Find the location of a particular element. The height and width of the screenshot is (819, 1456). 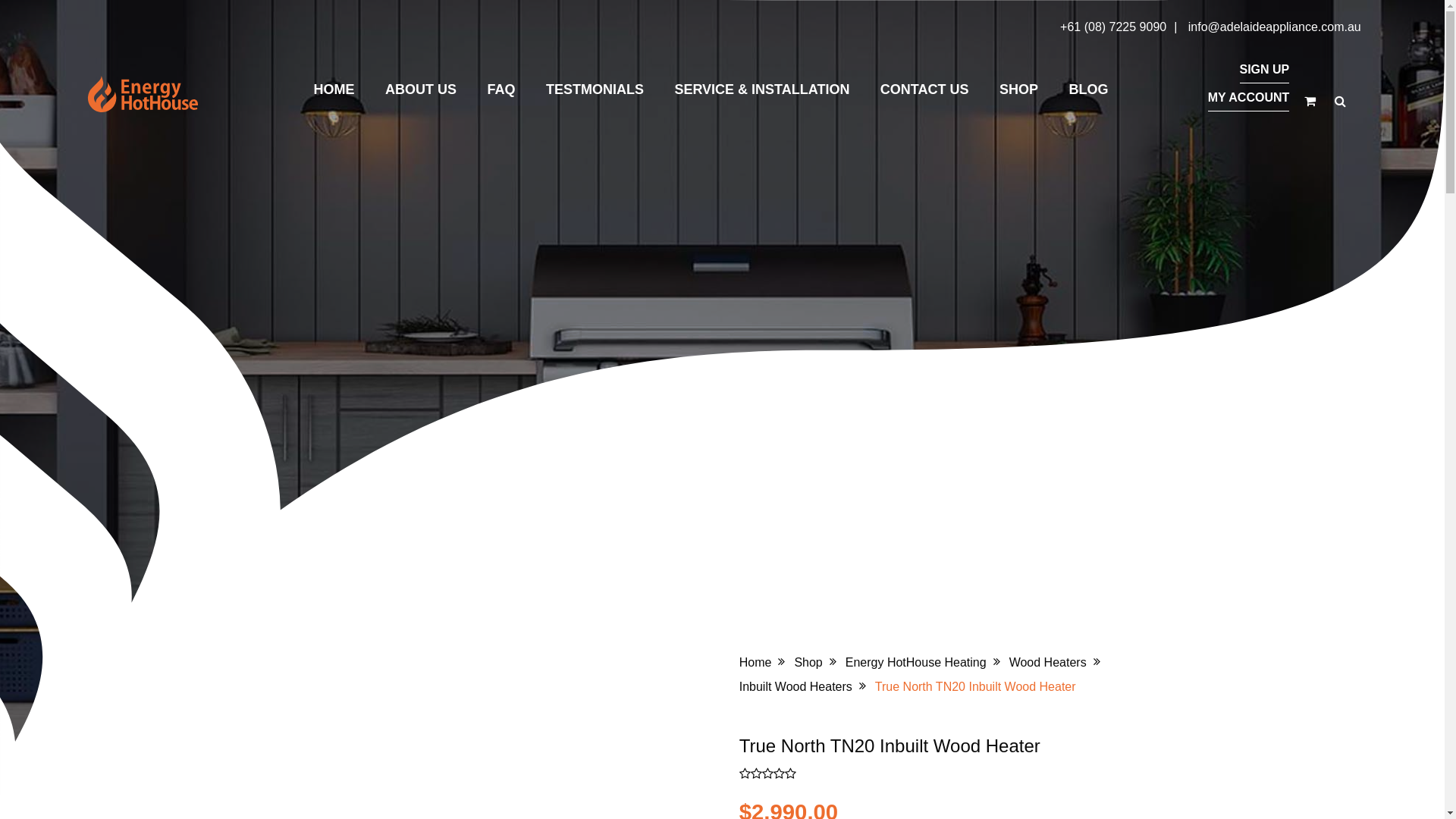

'Shop' is located at coordinates (792, 661).